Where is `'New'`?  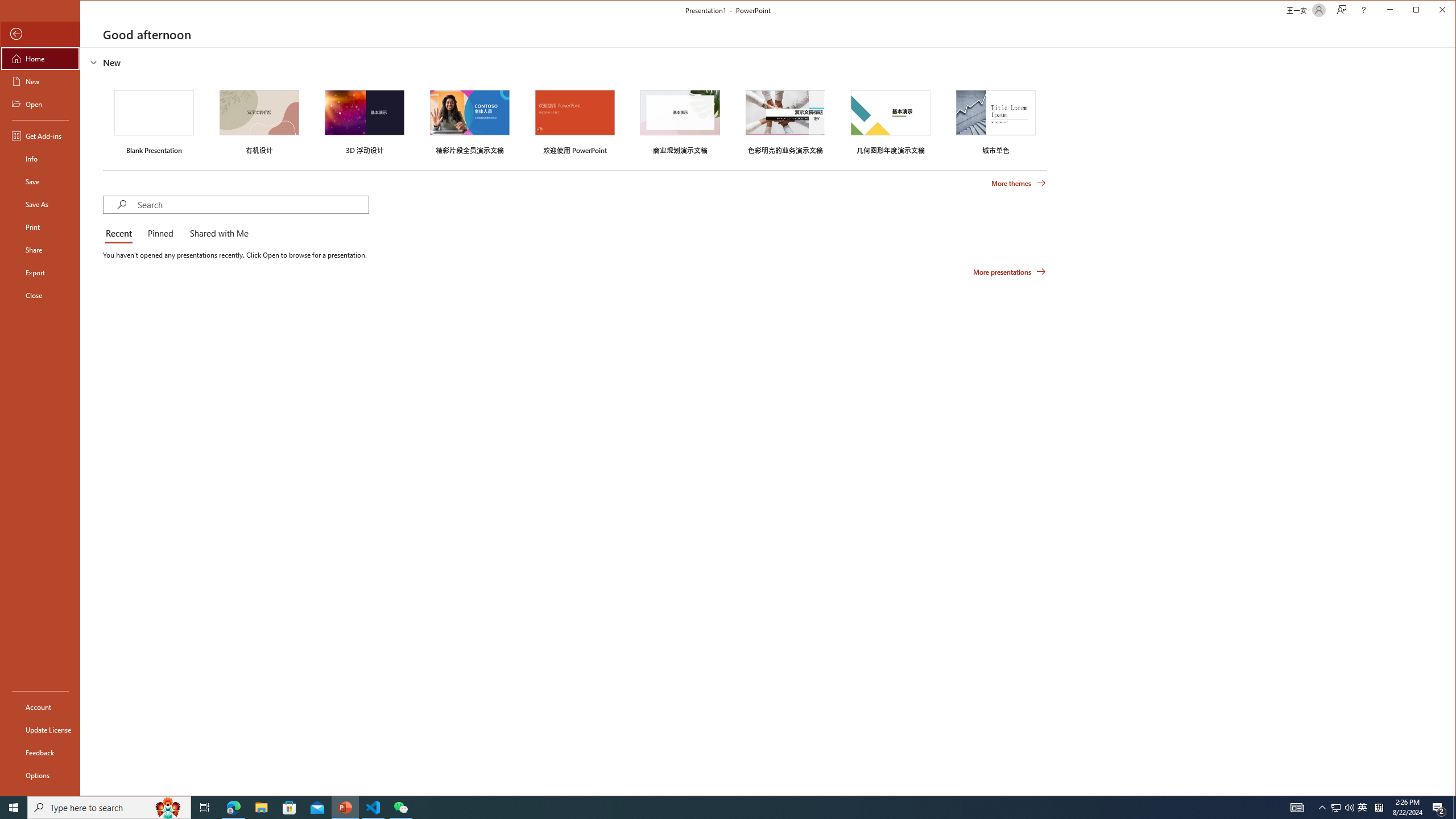
'New' is located at coordinates (39, 80).